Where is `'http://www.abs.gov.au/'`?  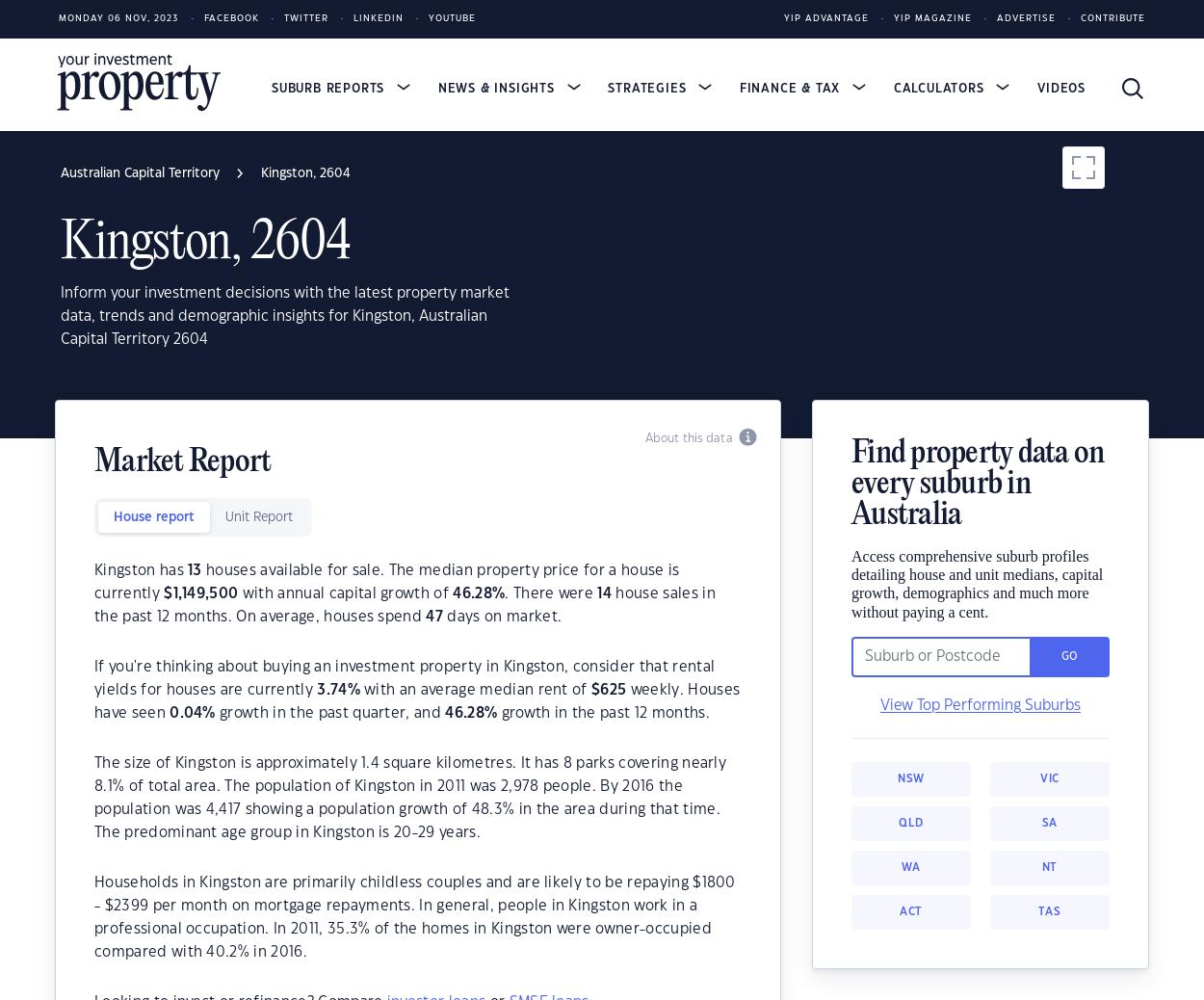 'http://www.abs.gov.au/' is located at coordinates (682, 566).